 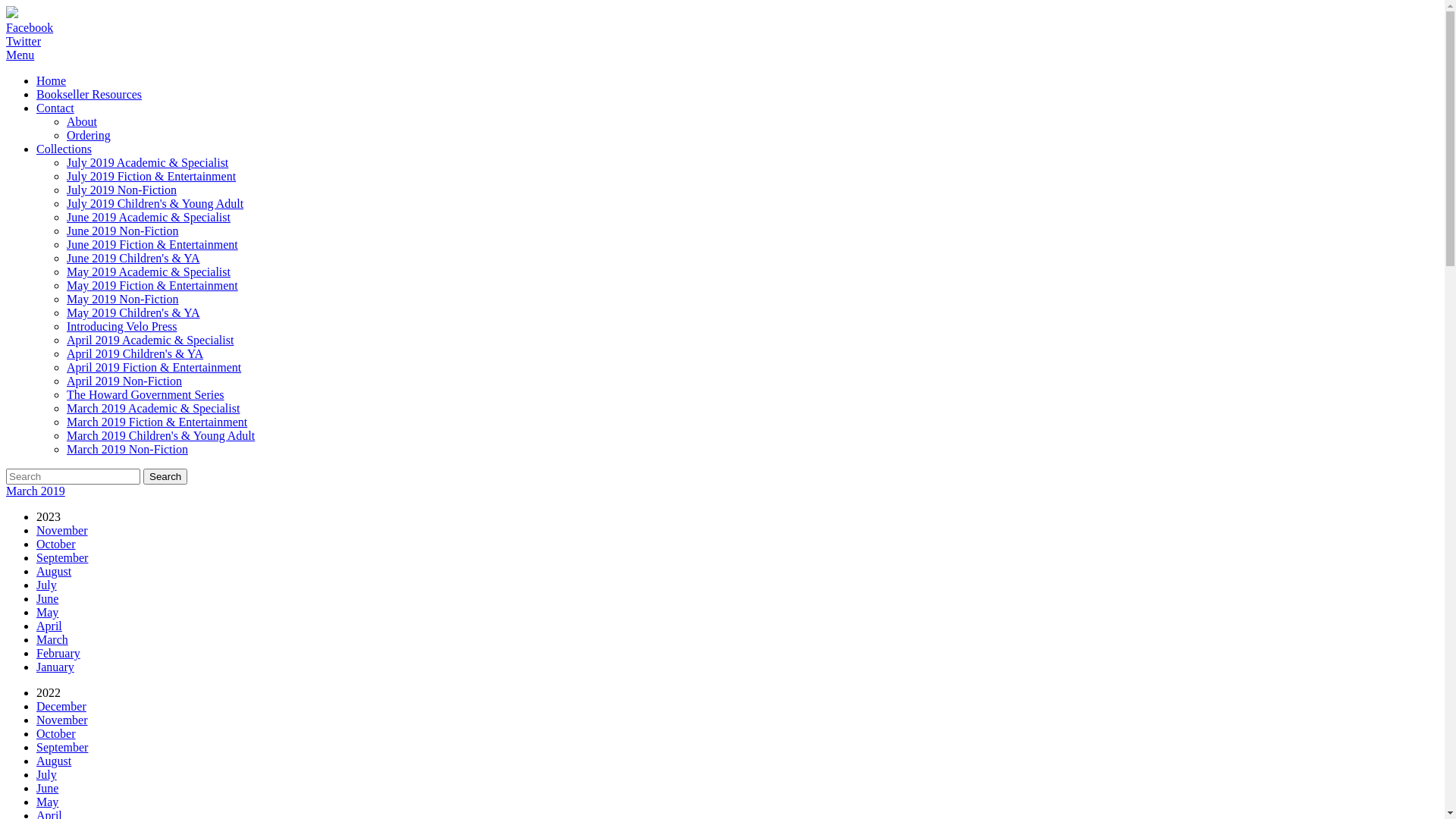 What do you see at coordinates (55, 107) in the screenshot?
I see `'Contact'` at bounding box center [55, 107].